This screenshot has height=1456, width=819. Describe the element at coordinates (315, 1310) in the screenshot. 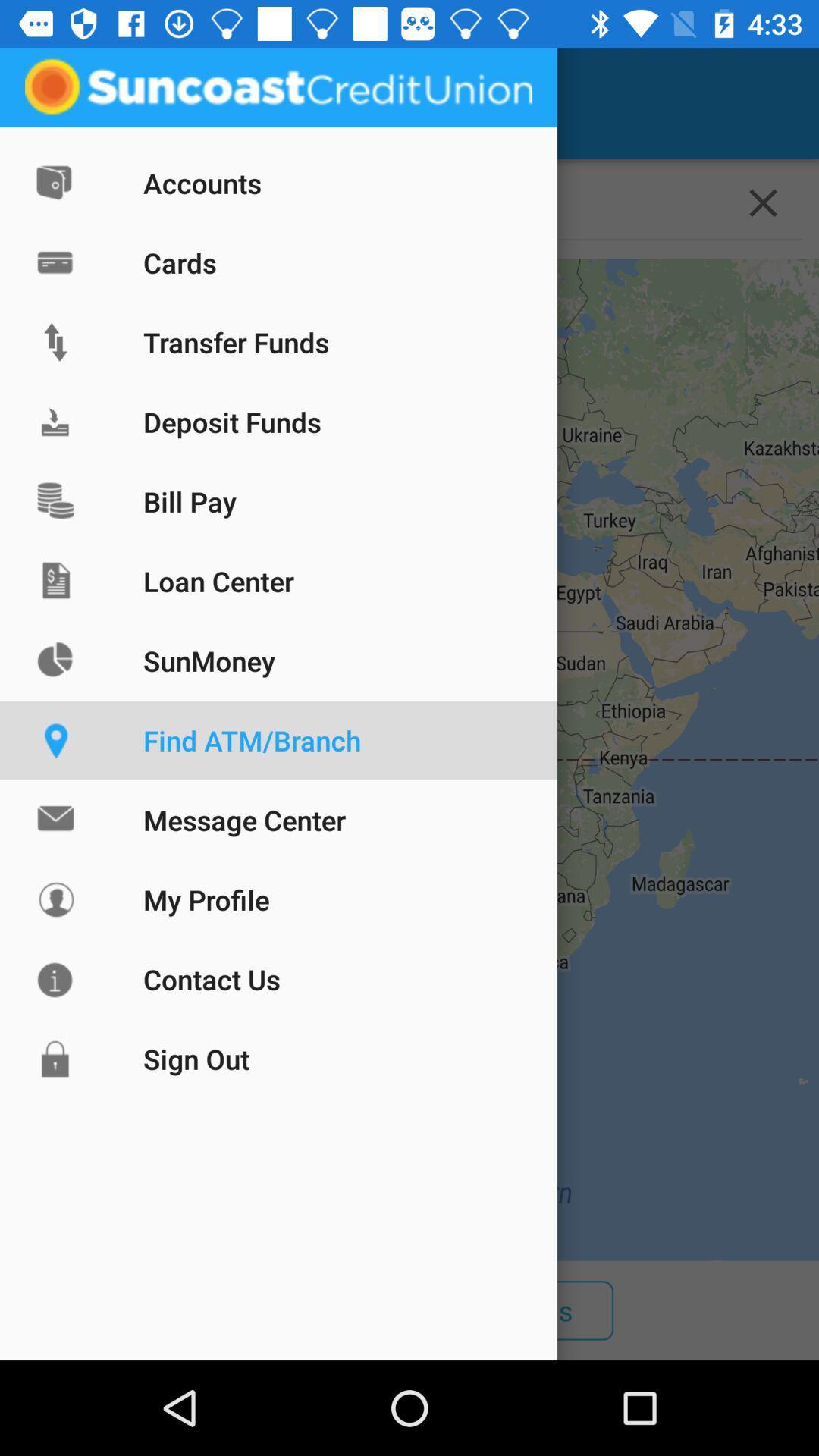

I see `icon next to the branches` at that location.